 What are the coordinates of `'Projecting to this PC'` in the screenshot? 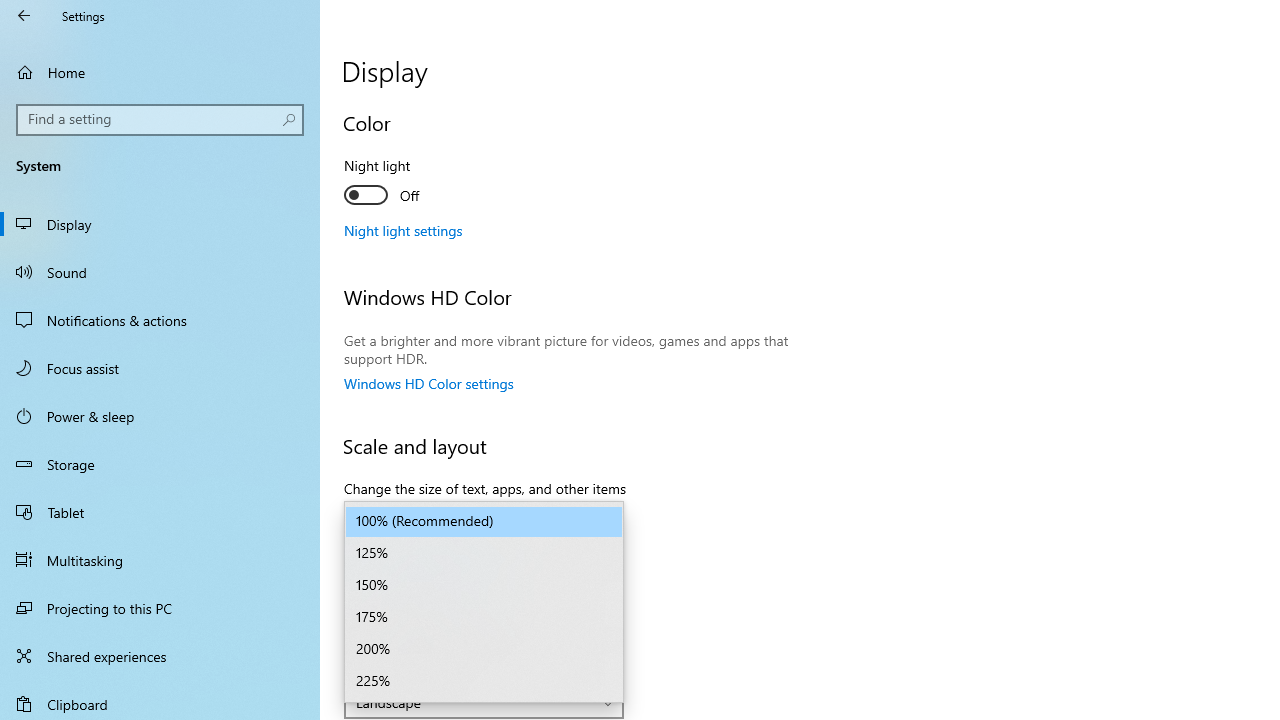 It's located at (160, 607).